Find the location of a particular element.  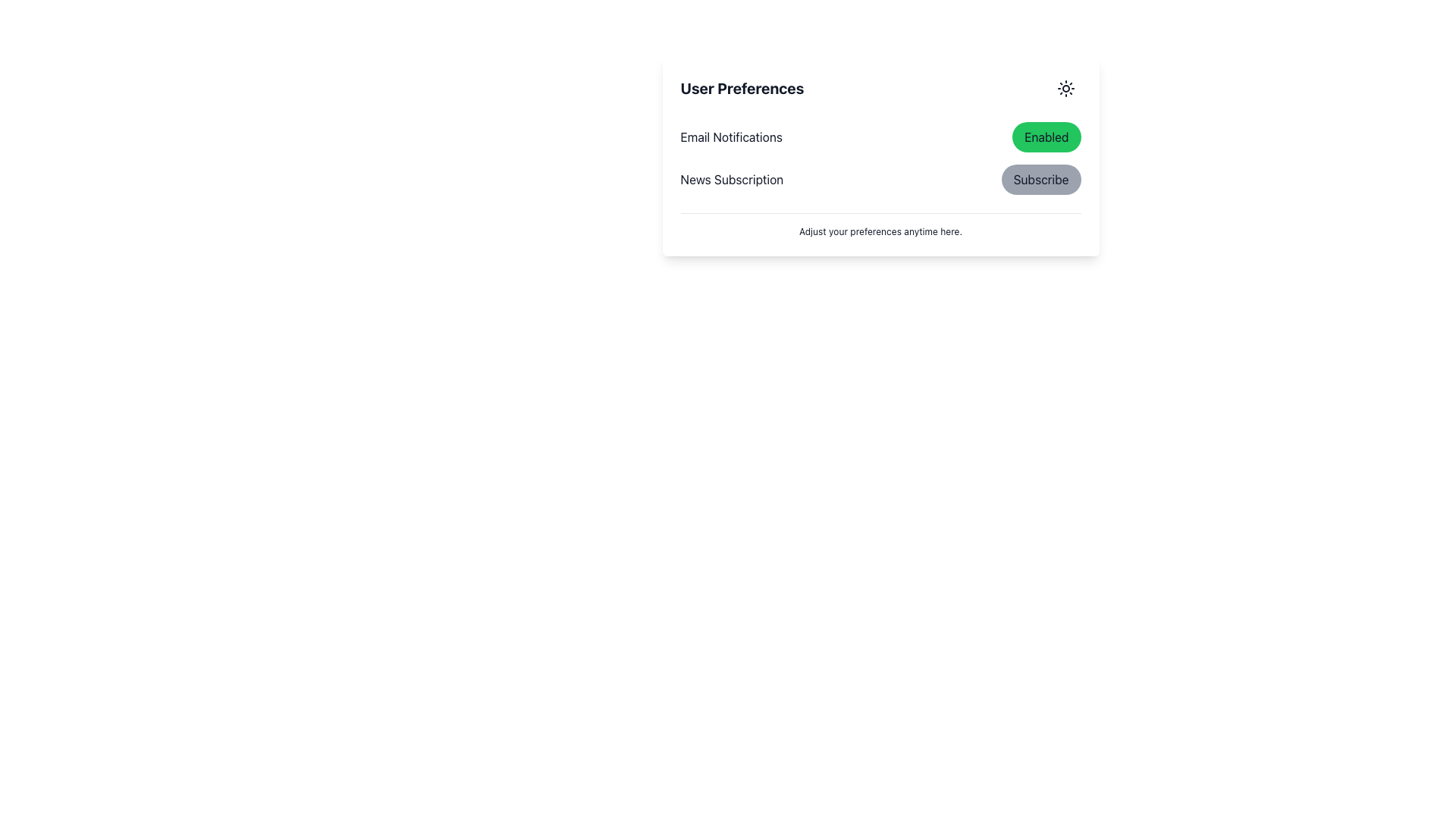

the green pill-shaped button labeled 'Enabled' located in the 'Email Notifications' section is located at coordinates (1046, 137).